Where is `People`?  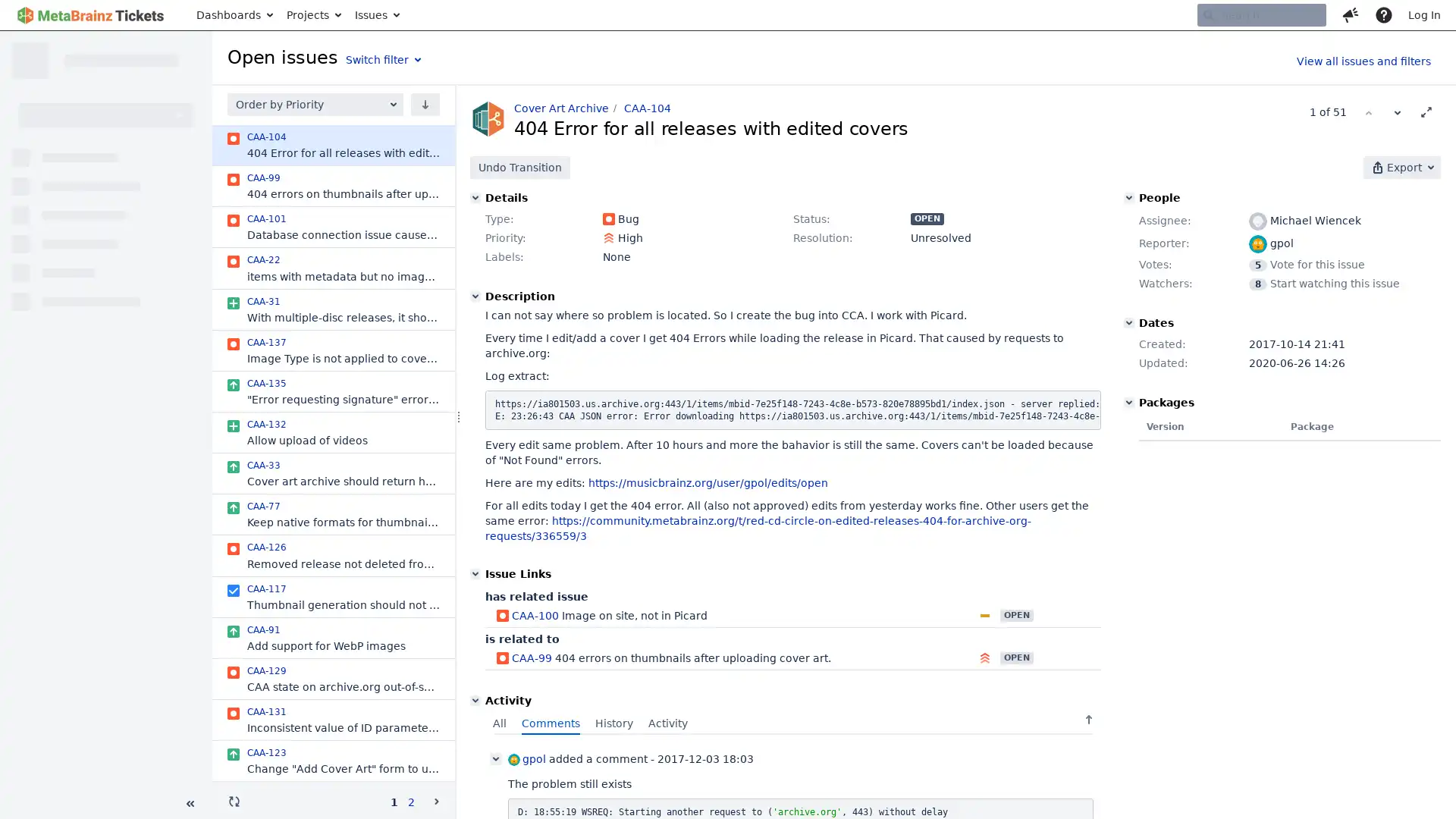
People is located at coordinates (1128, 197).